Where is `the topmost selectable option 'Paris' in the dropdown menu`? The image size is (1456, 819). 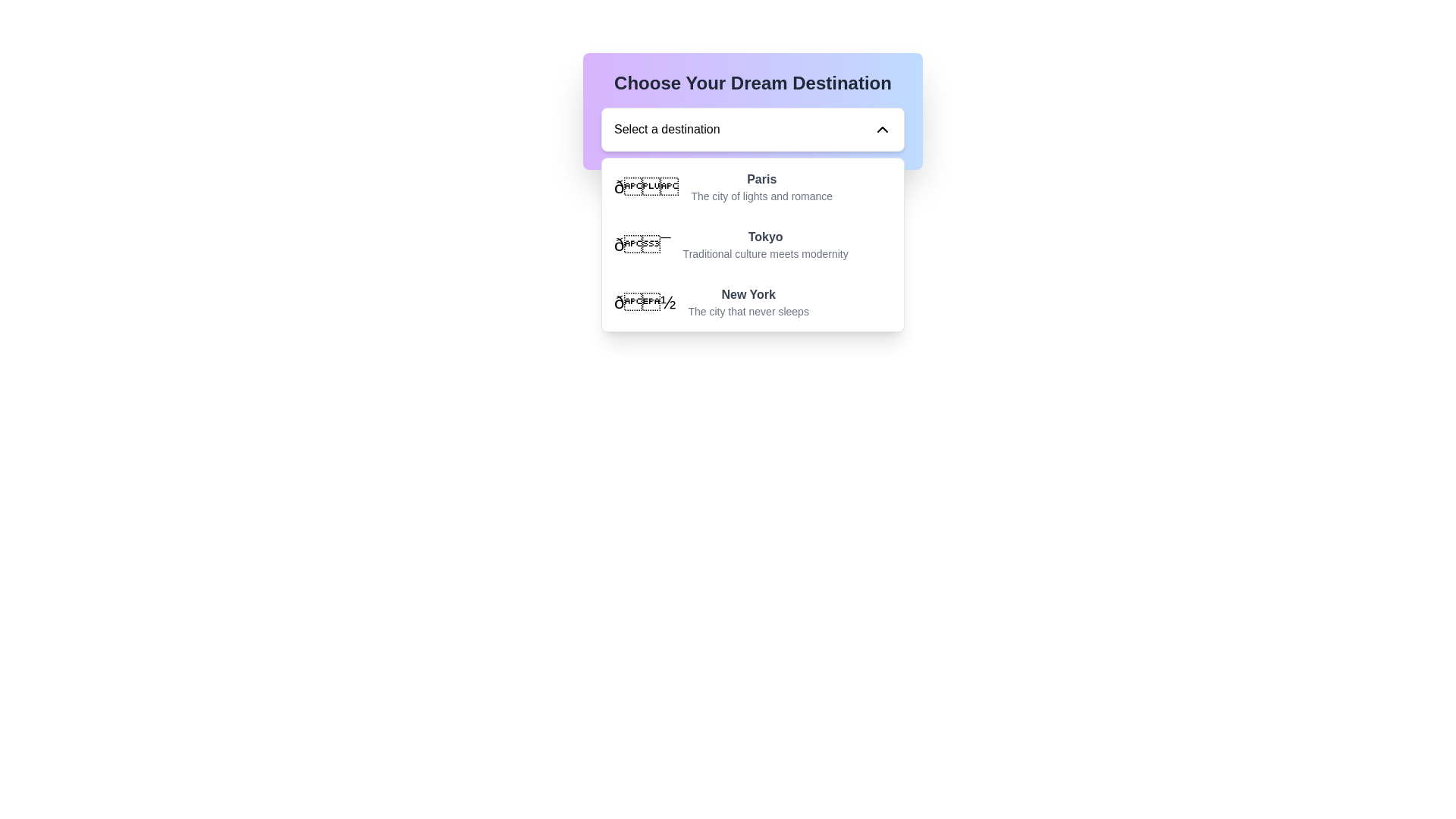
the topmost selectable option 'Paris' in the dropdown menu is located at coordinates (753, 186).